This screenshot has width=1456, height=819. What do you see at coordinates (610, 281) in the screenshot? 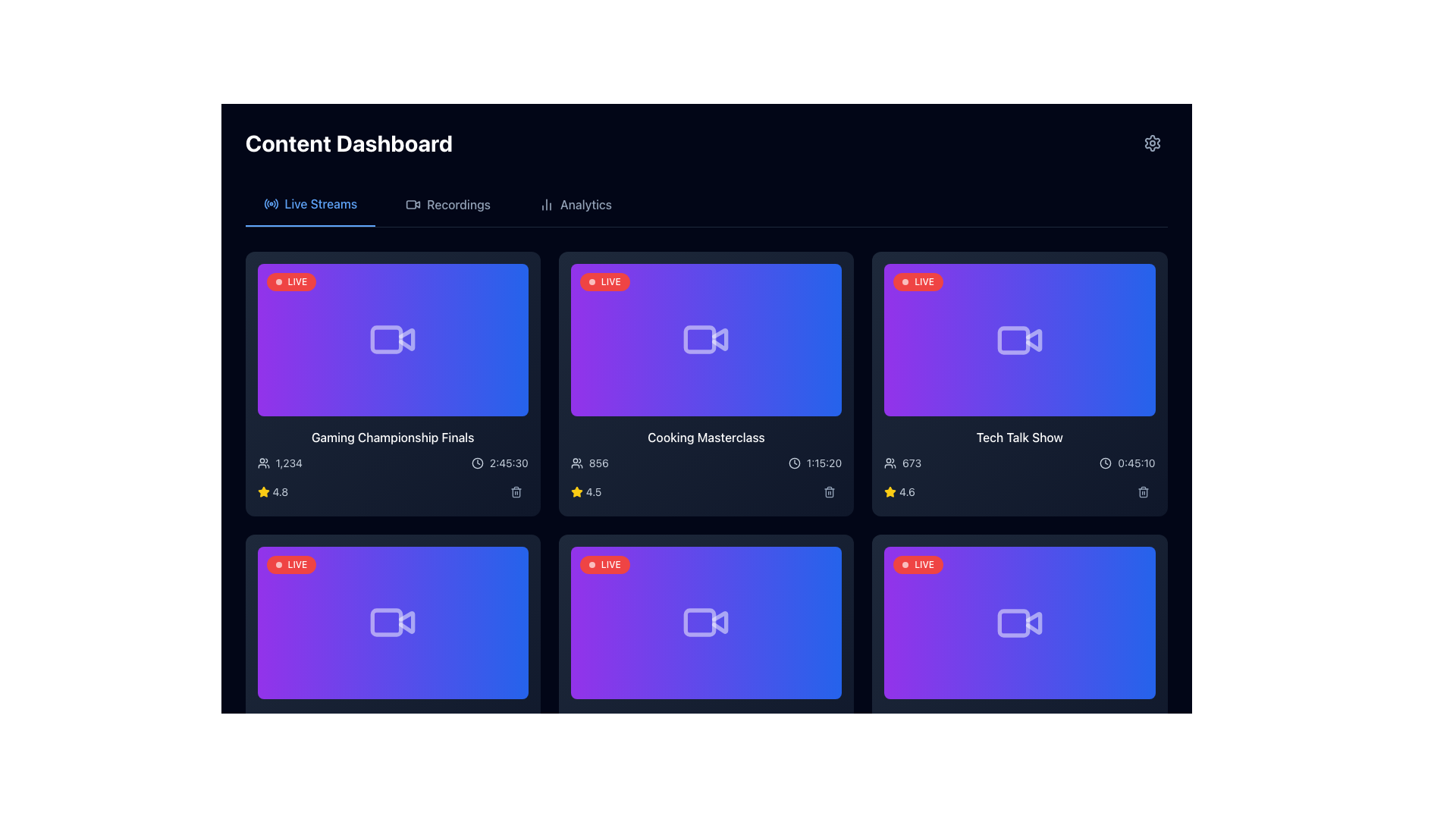
I see `text content of the 'LIVE' badge located at the top-left corner of the second video card in the first row, which is styled in white uppercase letters against a red rectangular background` at bounding box center [610, 281].